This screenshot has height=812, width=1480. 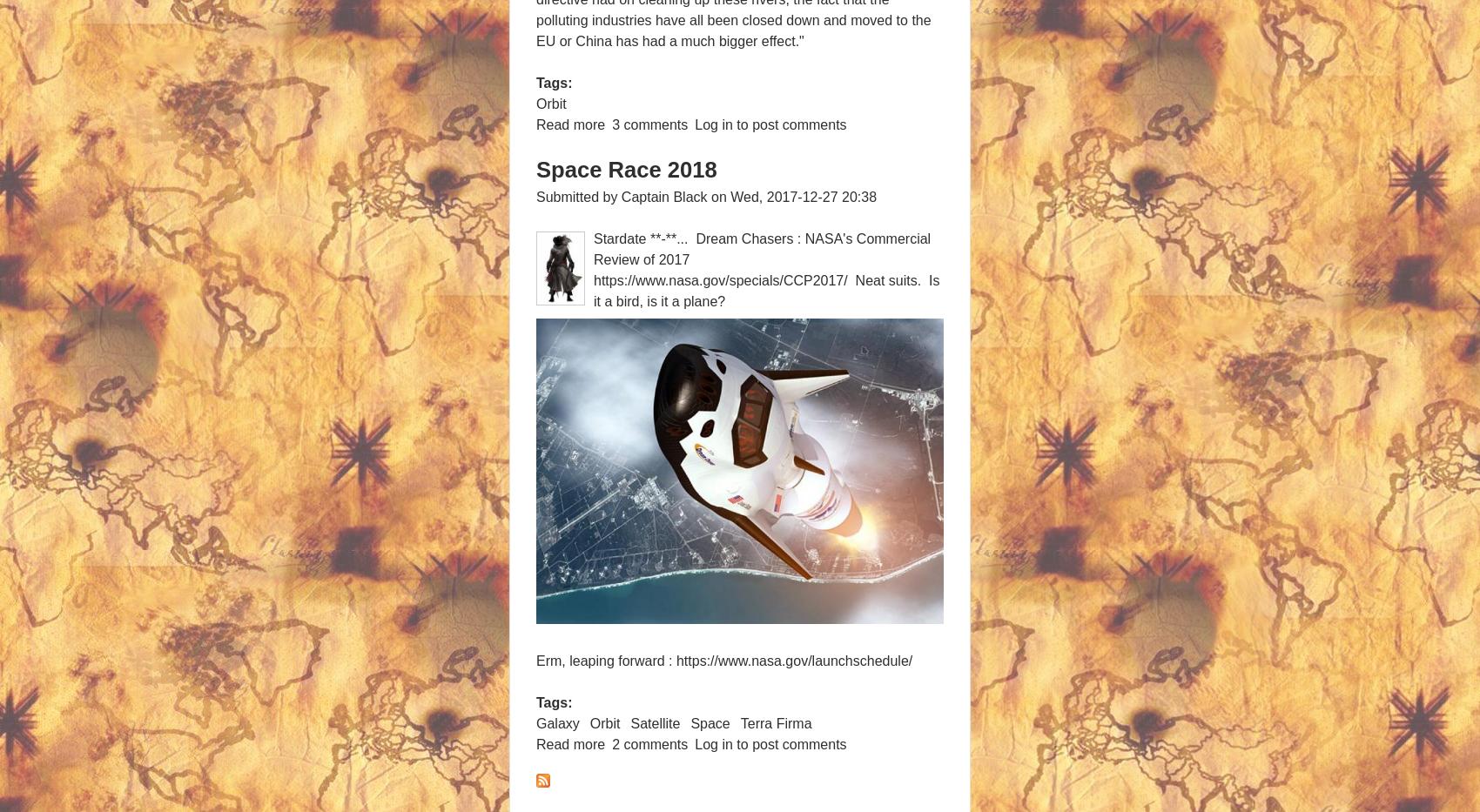 What do you see at coordinates (775, 721) in the screenshot?
I see `'Terra Firma'` at bounding box center [775, 721].